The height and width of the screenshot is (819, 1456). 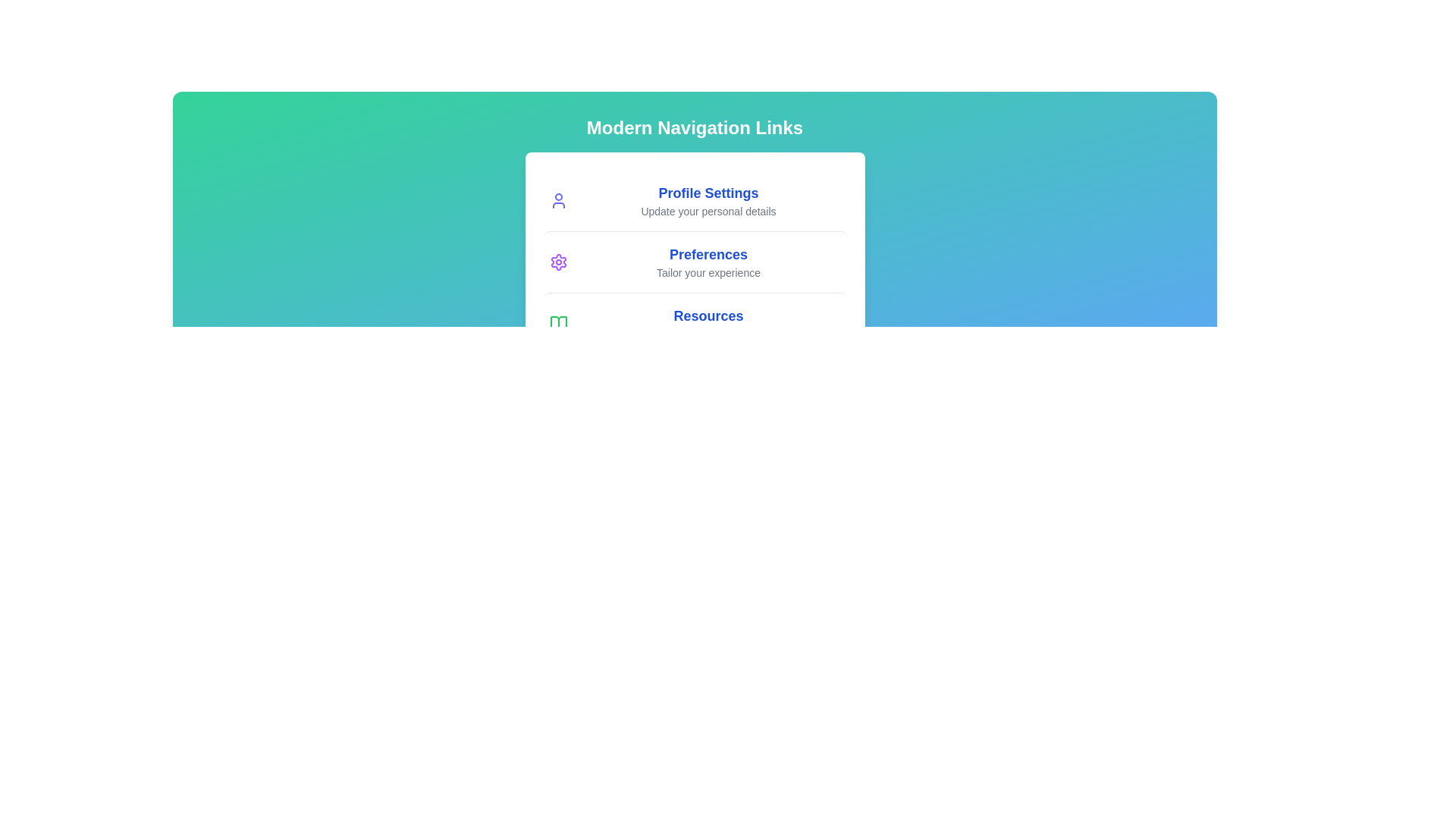 What do you see at coordinates (557, 262) in the screenshot?
I see `the purple gear-shaped settings icon located to the left of the 'Preferences Tailor your experience' text` at bounding box center [557, 262].